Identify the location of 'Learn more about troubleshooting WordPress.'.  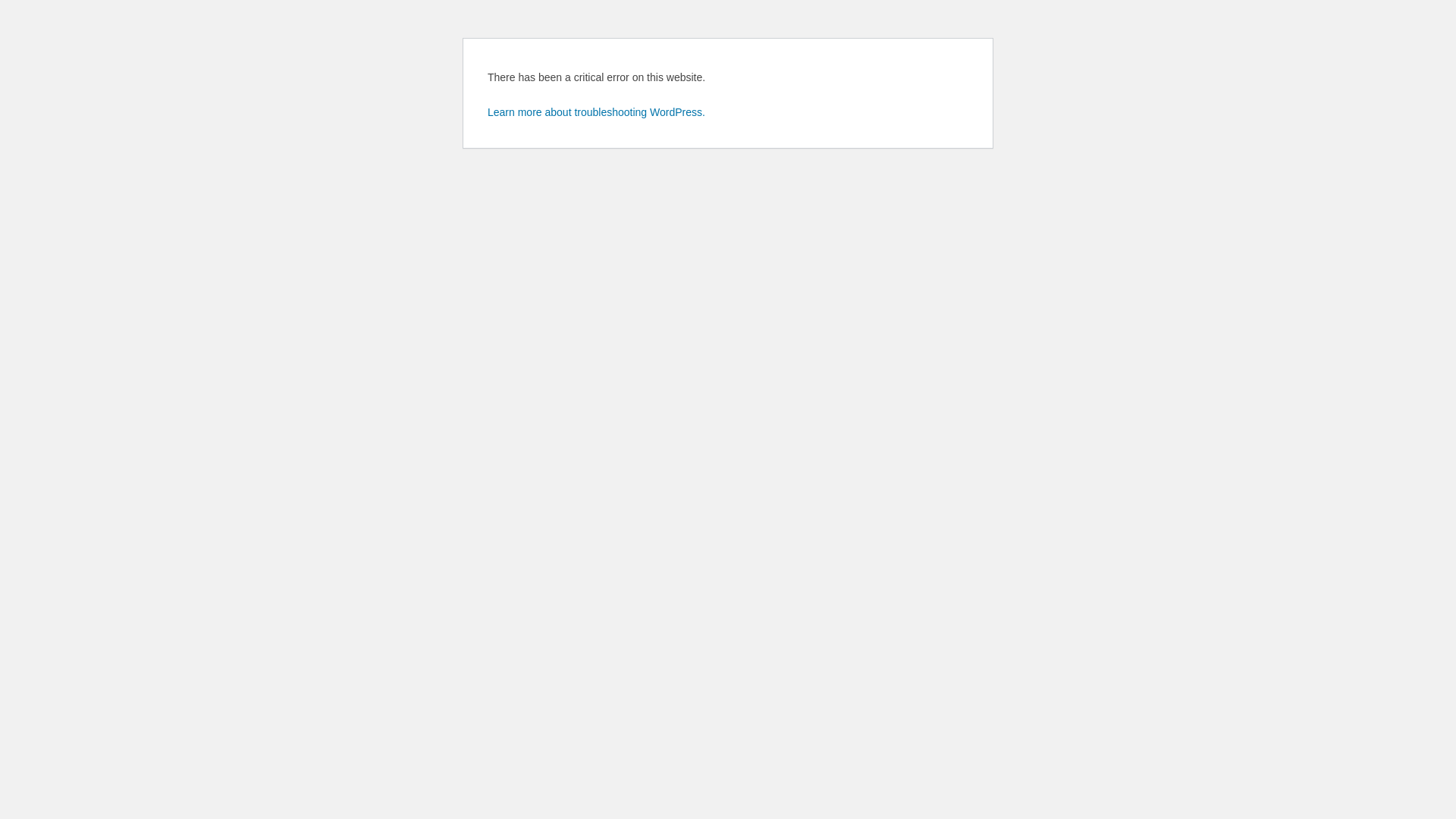
(595, 111).